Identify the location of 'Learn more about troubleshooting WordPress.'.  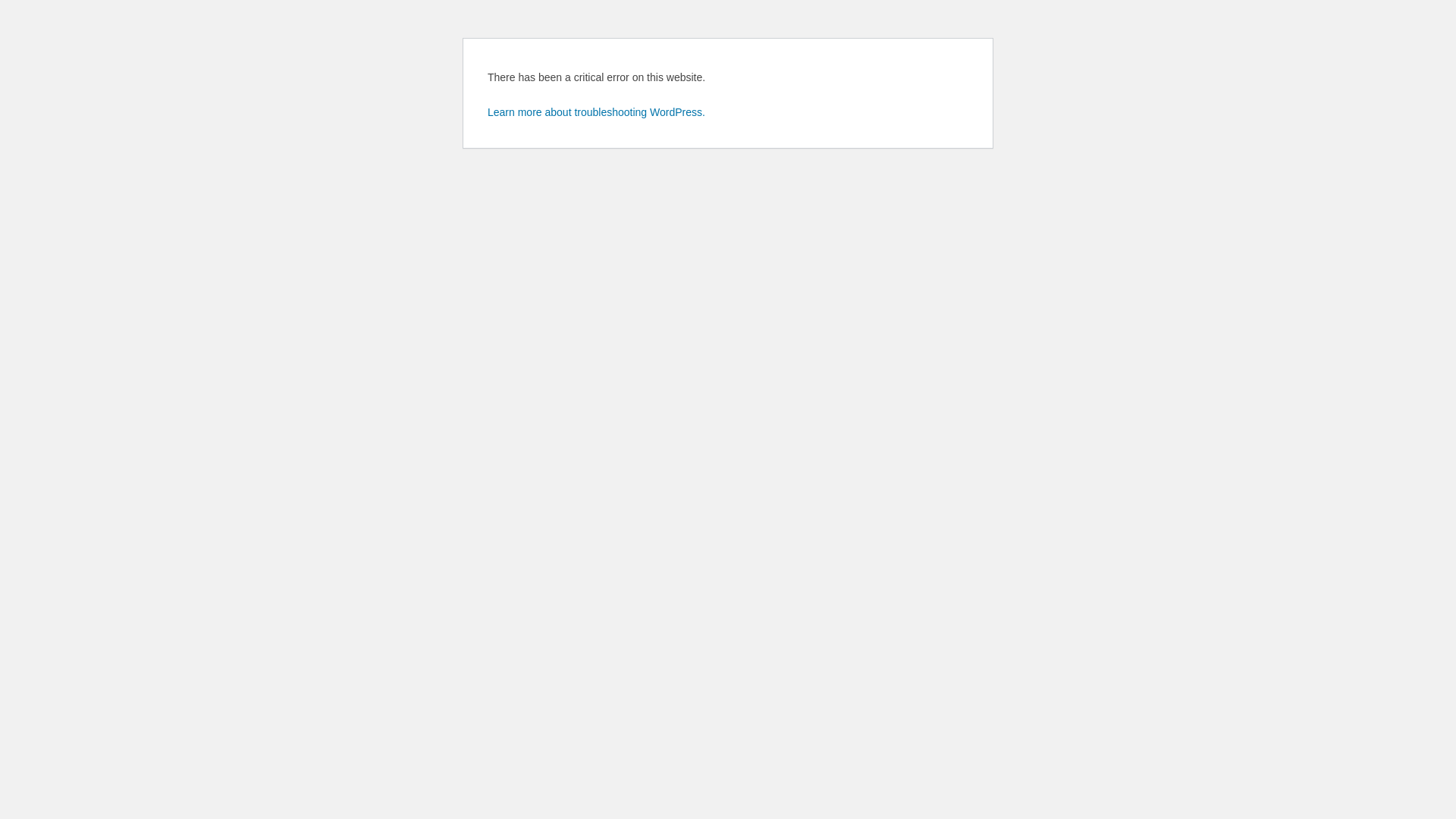
(595, 111).